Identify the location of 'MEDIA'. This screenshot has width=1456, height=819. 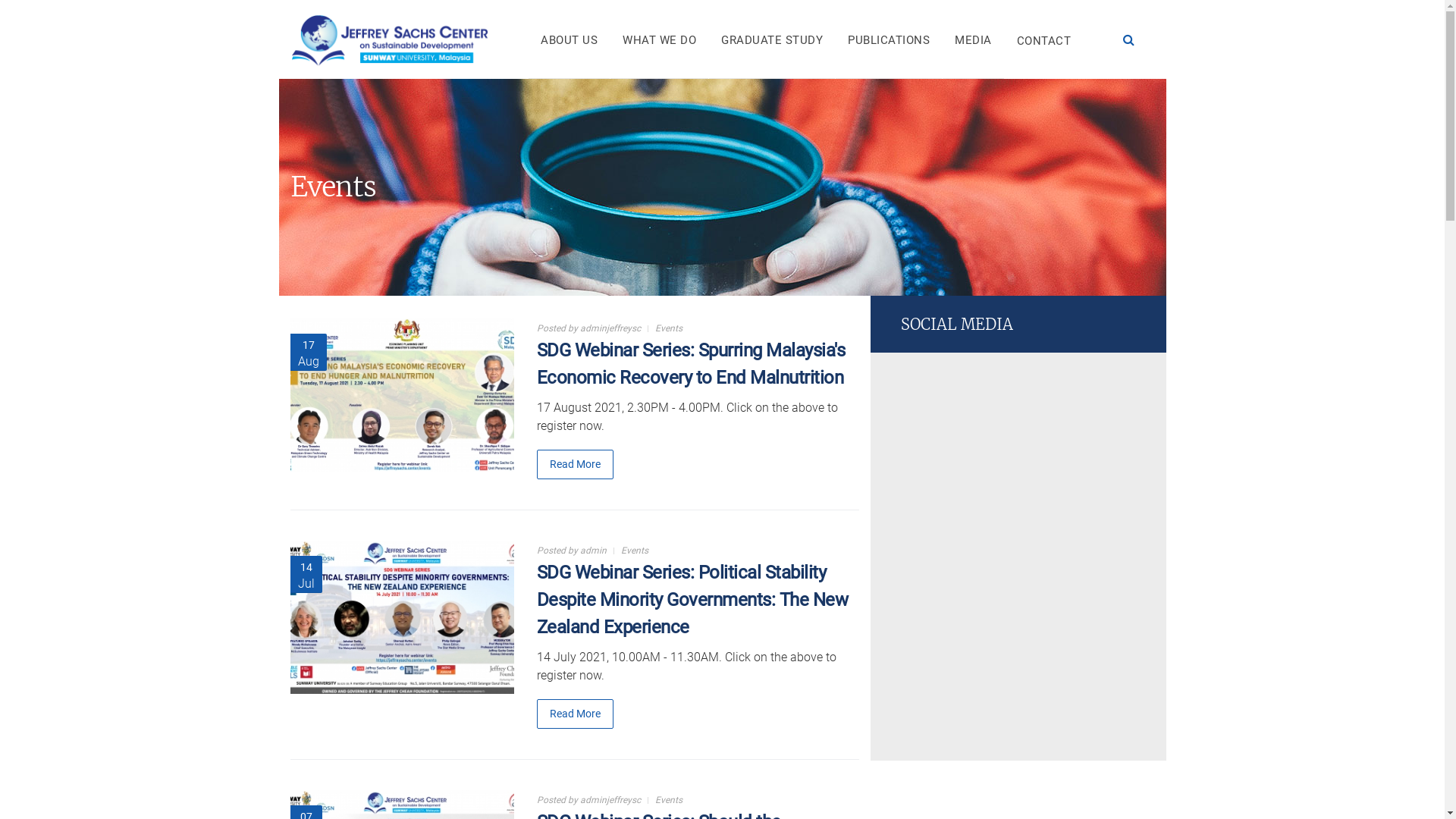
(973, 38).